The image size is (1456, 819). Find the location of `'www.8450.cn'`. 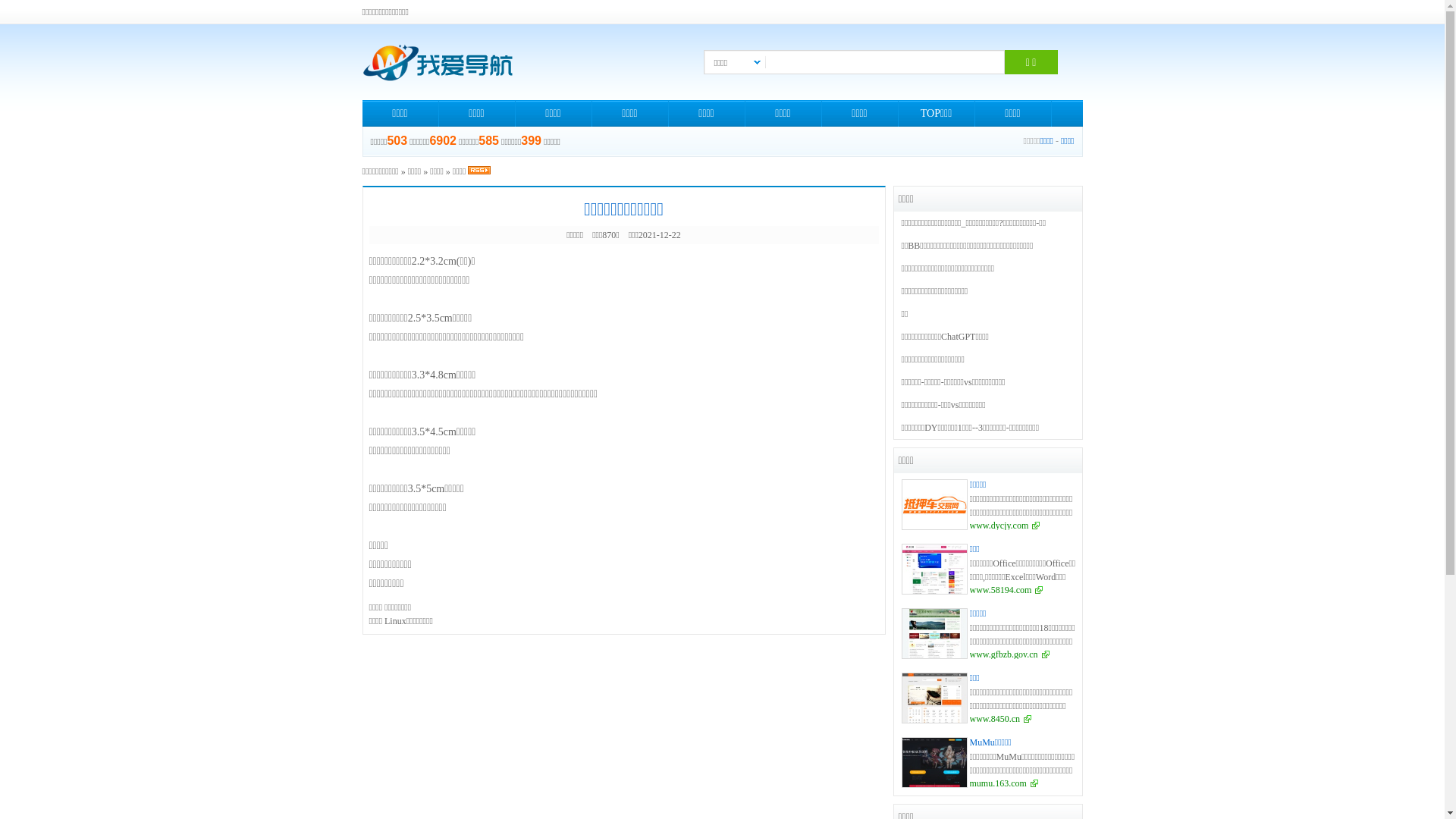

'www.8450.cn' is located at coordinates (1000, 718).